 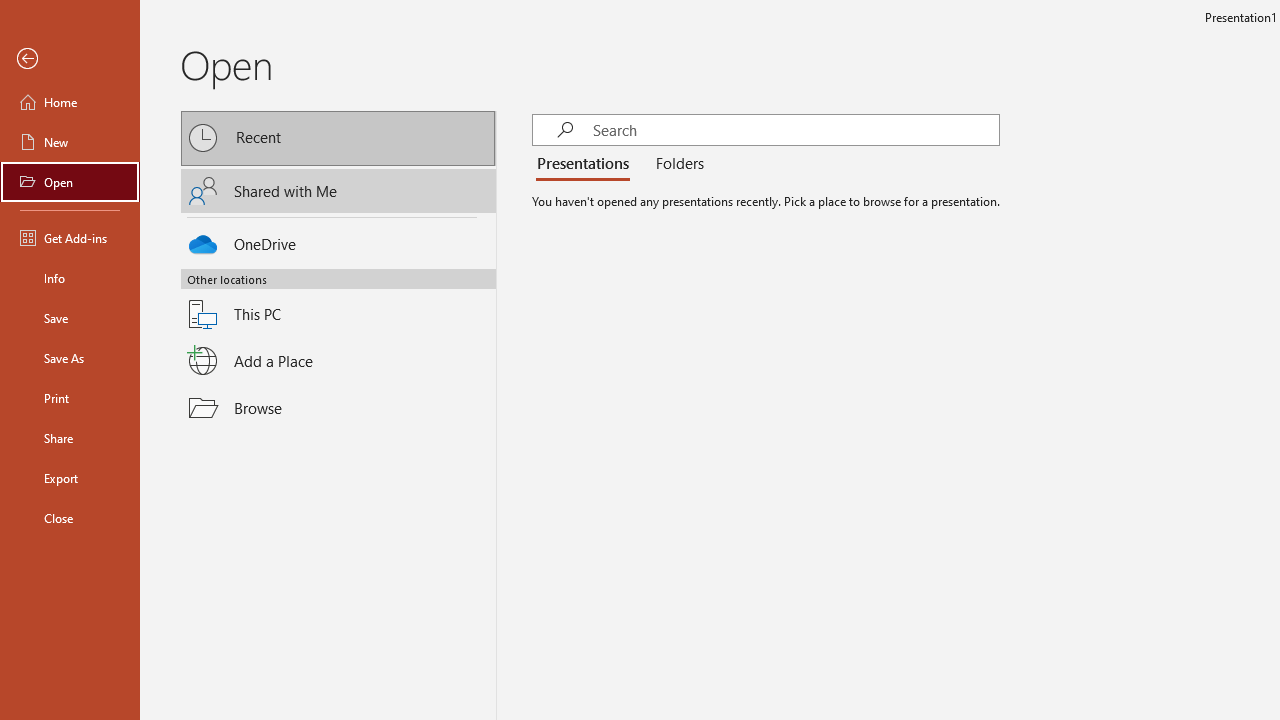 I want to click on 'Print', so click(x=69, y=398).